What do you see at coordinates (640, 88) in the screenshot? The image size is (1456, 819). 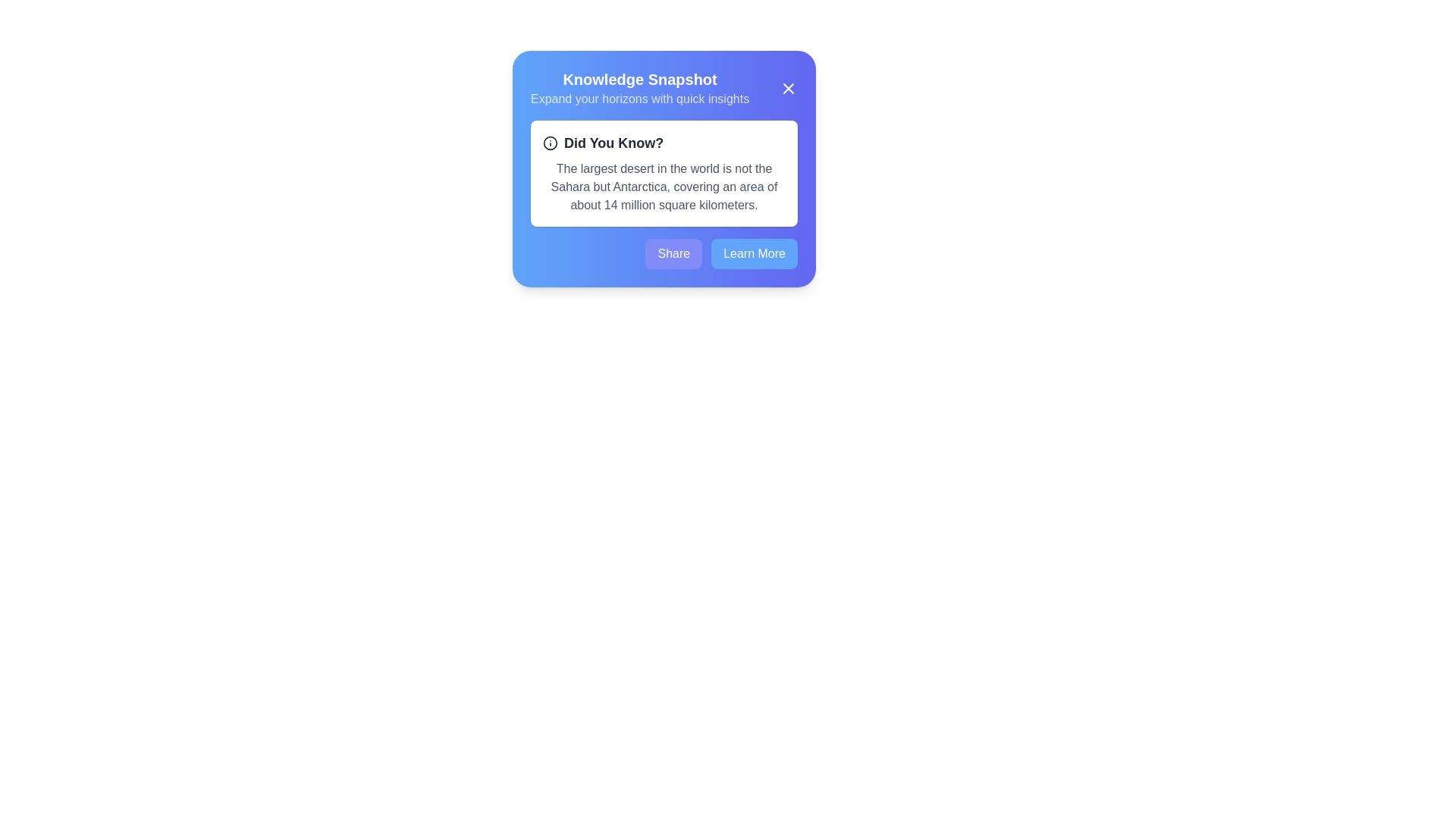 I see `title and subtitle text element located at the top-left of the modal window, which provides context and description for the content` at bounding box center [640, 88].